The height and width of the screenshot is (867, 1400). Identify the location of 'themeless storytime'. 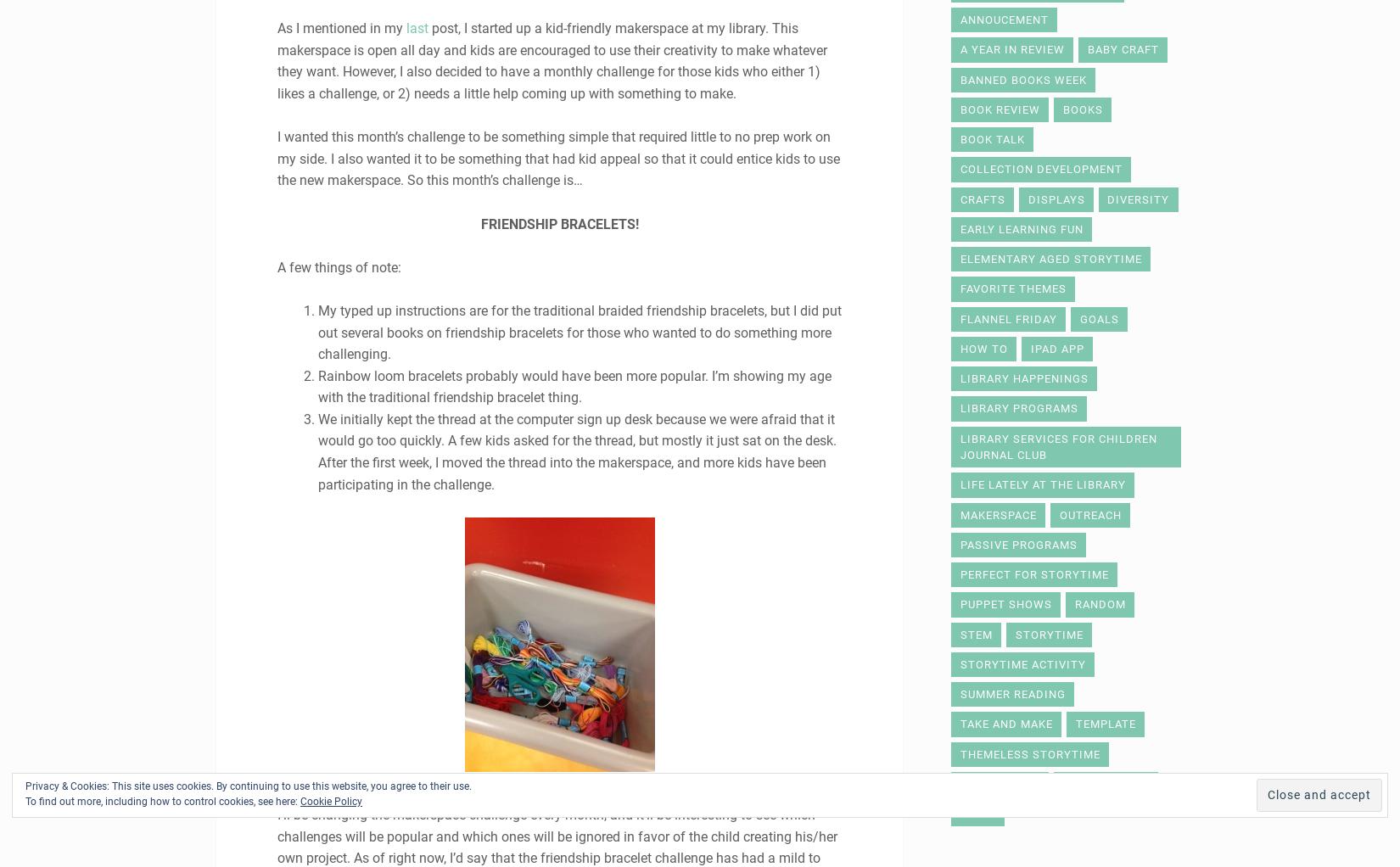
(960, 752).